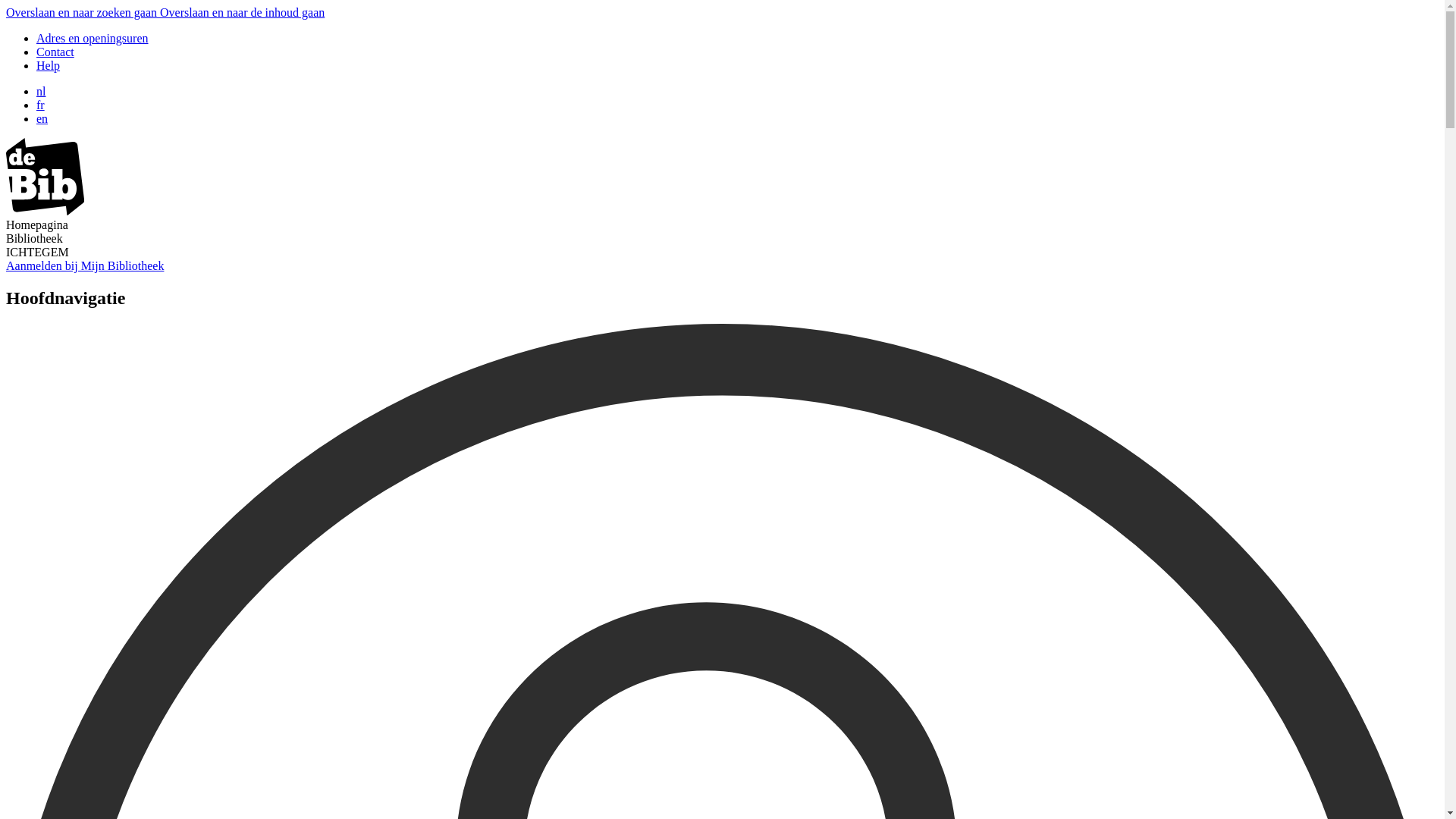  I want to click on 'en', so click(42, 118).